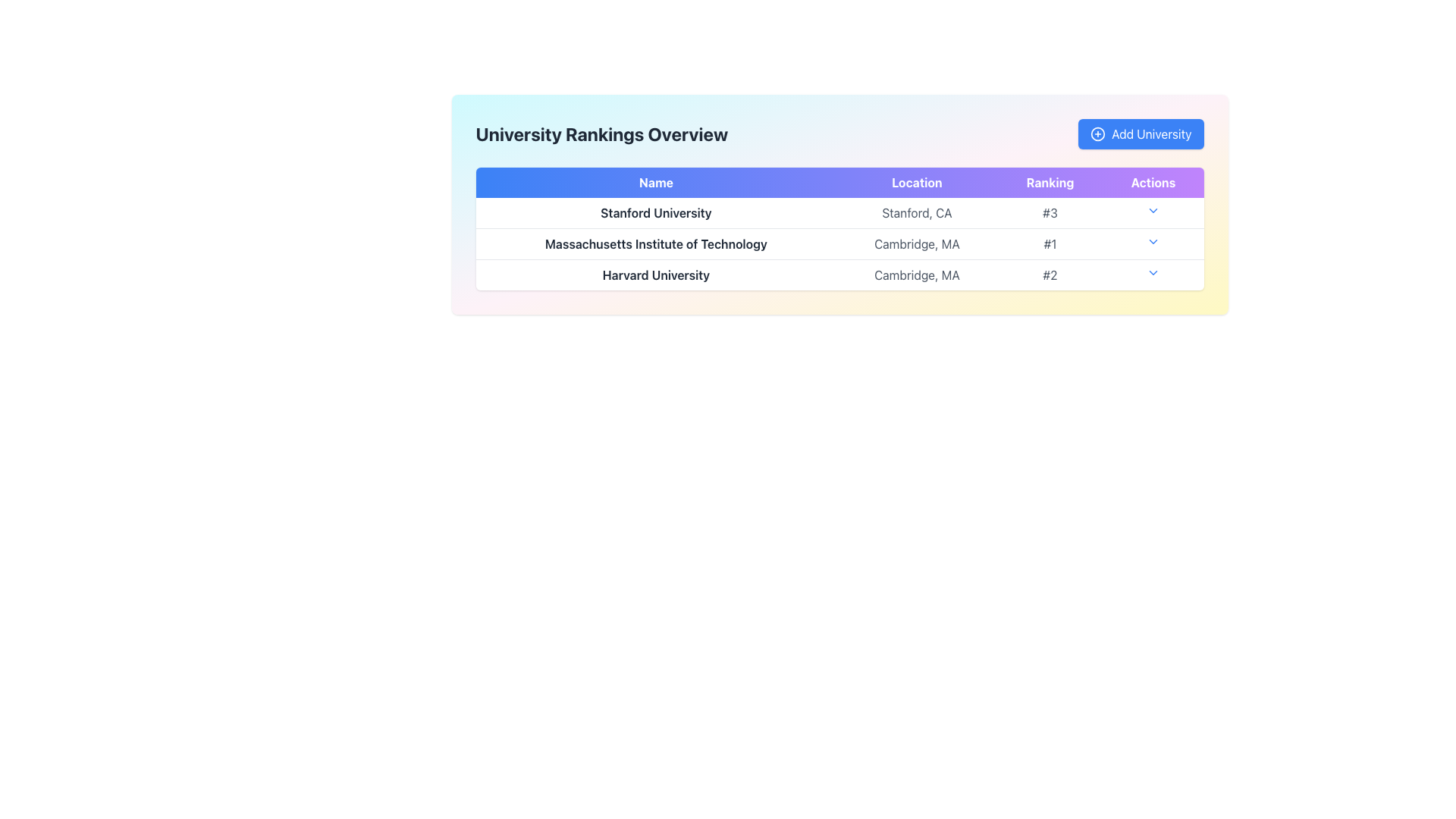  I want to click on the Dropdown Trigger Icon located in the 'Actions' column of the second row for the university 'Massachusetts Institute of Technology', so click(1153, 241).